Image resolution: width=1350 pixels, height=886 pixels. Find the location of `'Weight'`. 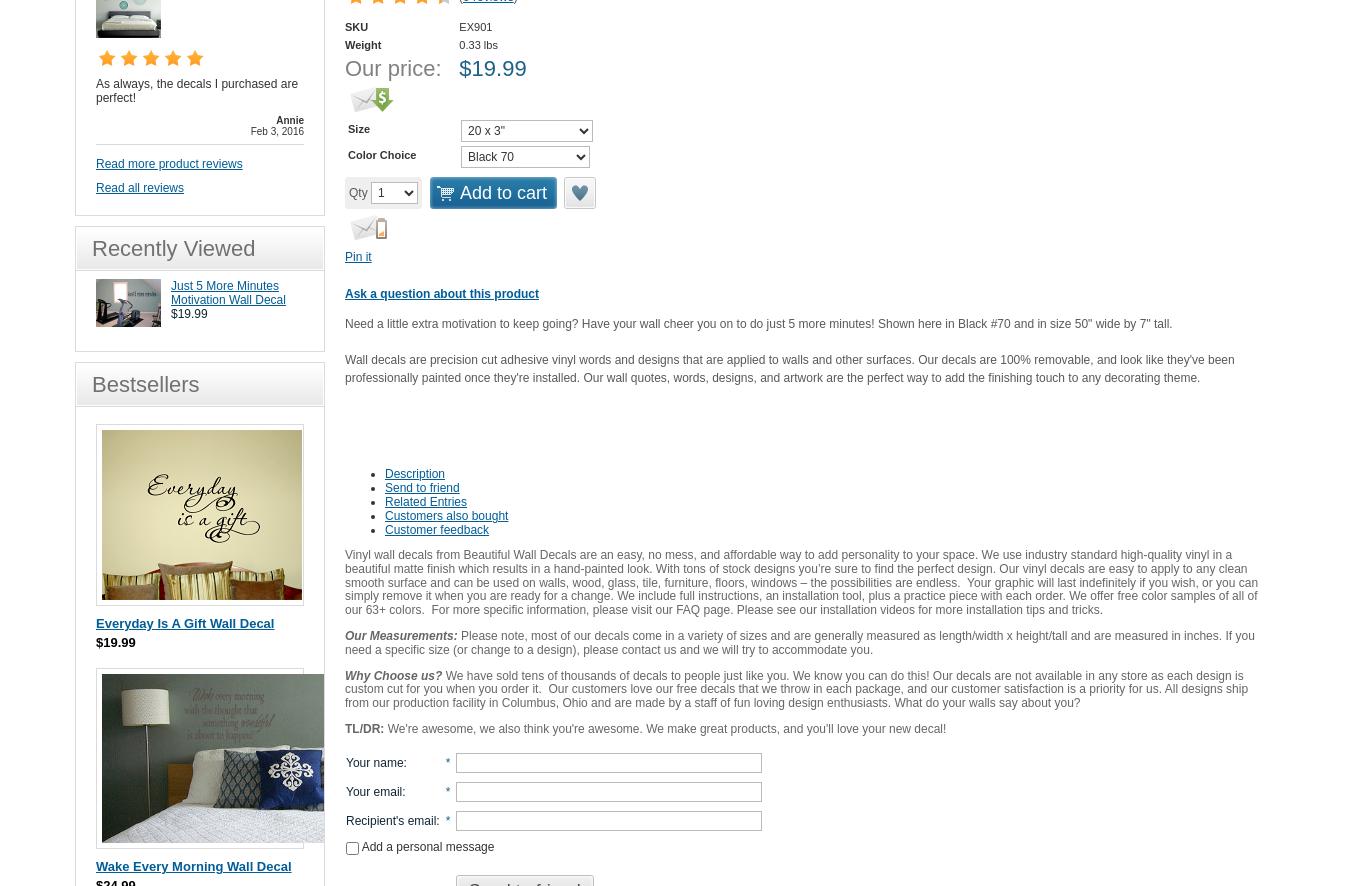

'Weight' is located at coordinates (345, 44).